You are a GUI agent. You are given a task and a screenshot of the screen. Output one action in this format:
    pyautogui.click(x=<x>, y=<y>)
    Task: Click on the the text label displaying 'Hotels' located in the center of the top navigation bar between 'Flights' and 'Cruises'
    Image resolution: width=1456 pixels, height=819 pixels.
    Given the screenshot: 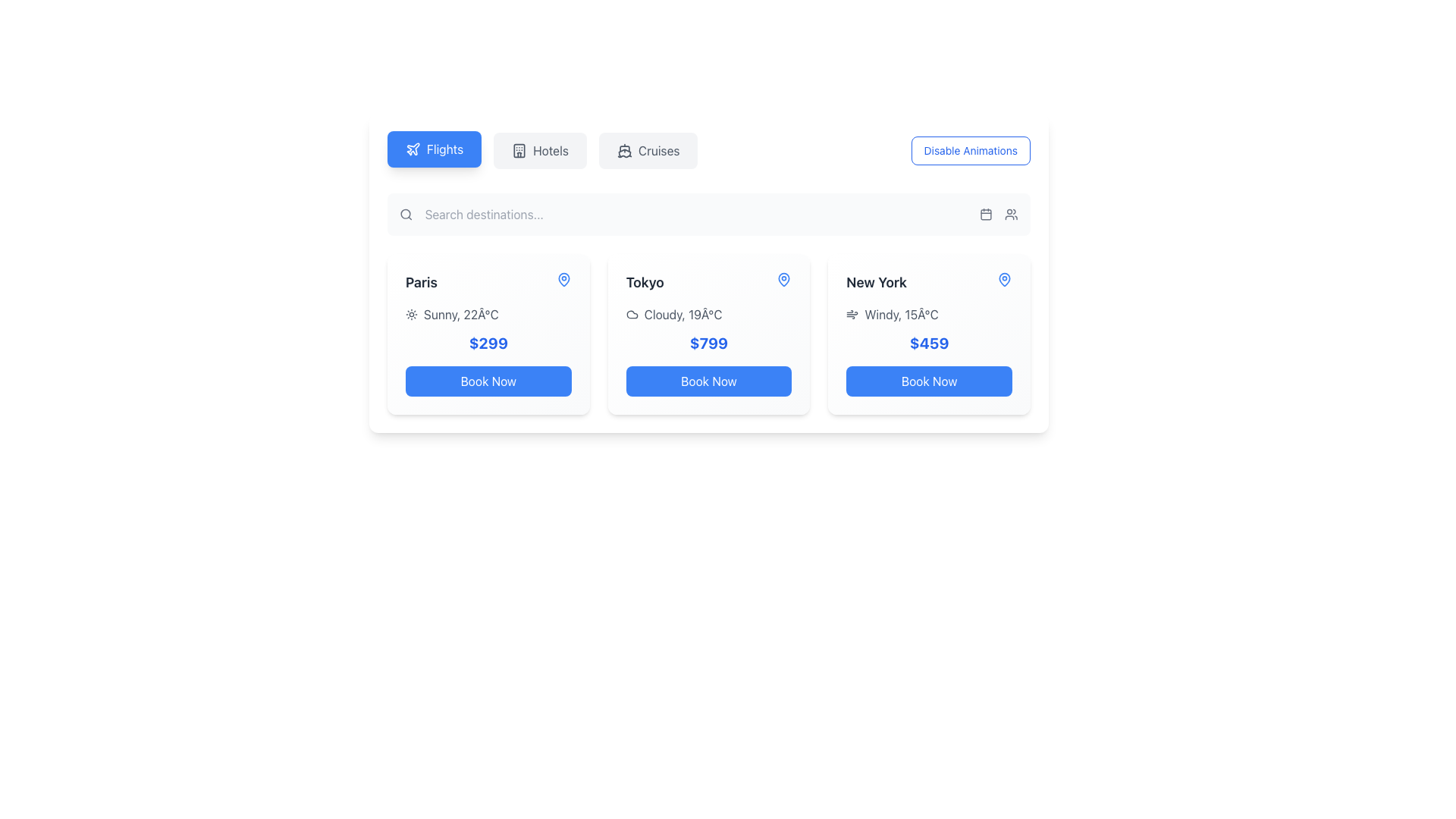 What is the action you would take?
    pyautogui.click(x=550, y=151)
    